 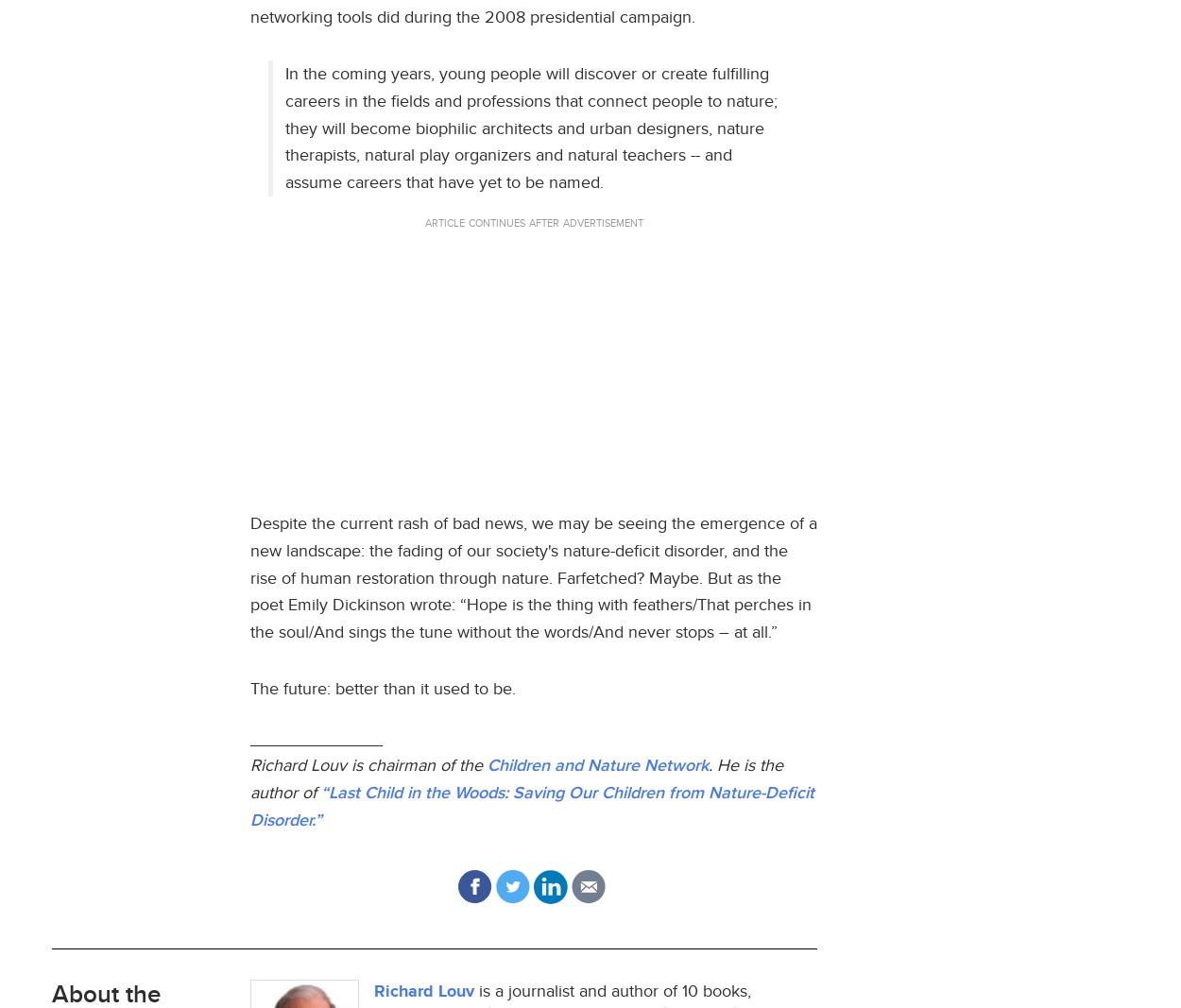 What do you see at coordinates (531, 126) in the screenshot?
I see `'In the coming years, young people will discover or create fulfilling careers in the fields and professions that connect people to nature; they will become biophilic architects and urban designers, nature therapists, natural play organizers and natural teachers -- and assume careers that have yet to be named.'` at bounding box center [531, 126].